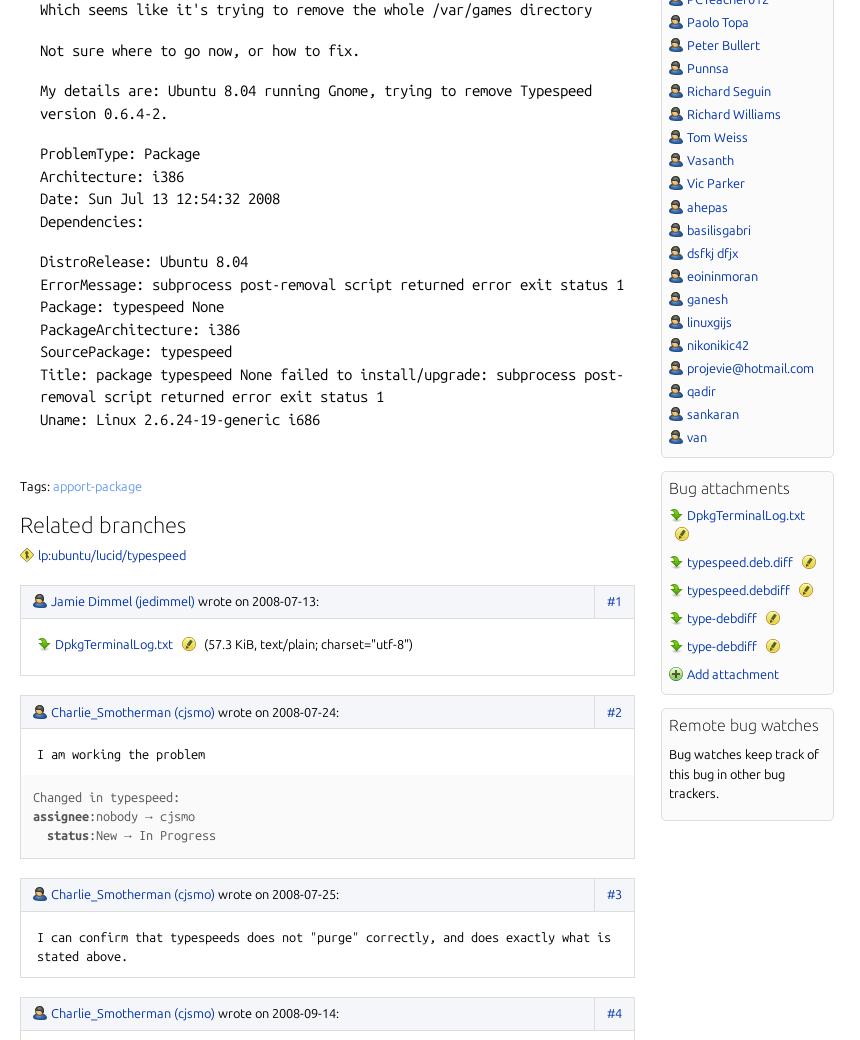  Describe the element at coordinates (111, 554) in the screenshot. I see `'lp:ubuntu/lucid/typespeed'` at that location.